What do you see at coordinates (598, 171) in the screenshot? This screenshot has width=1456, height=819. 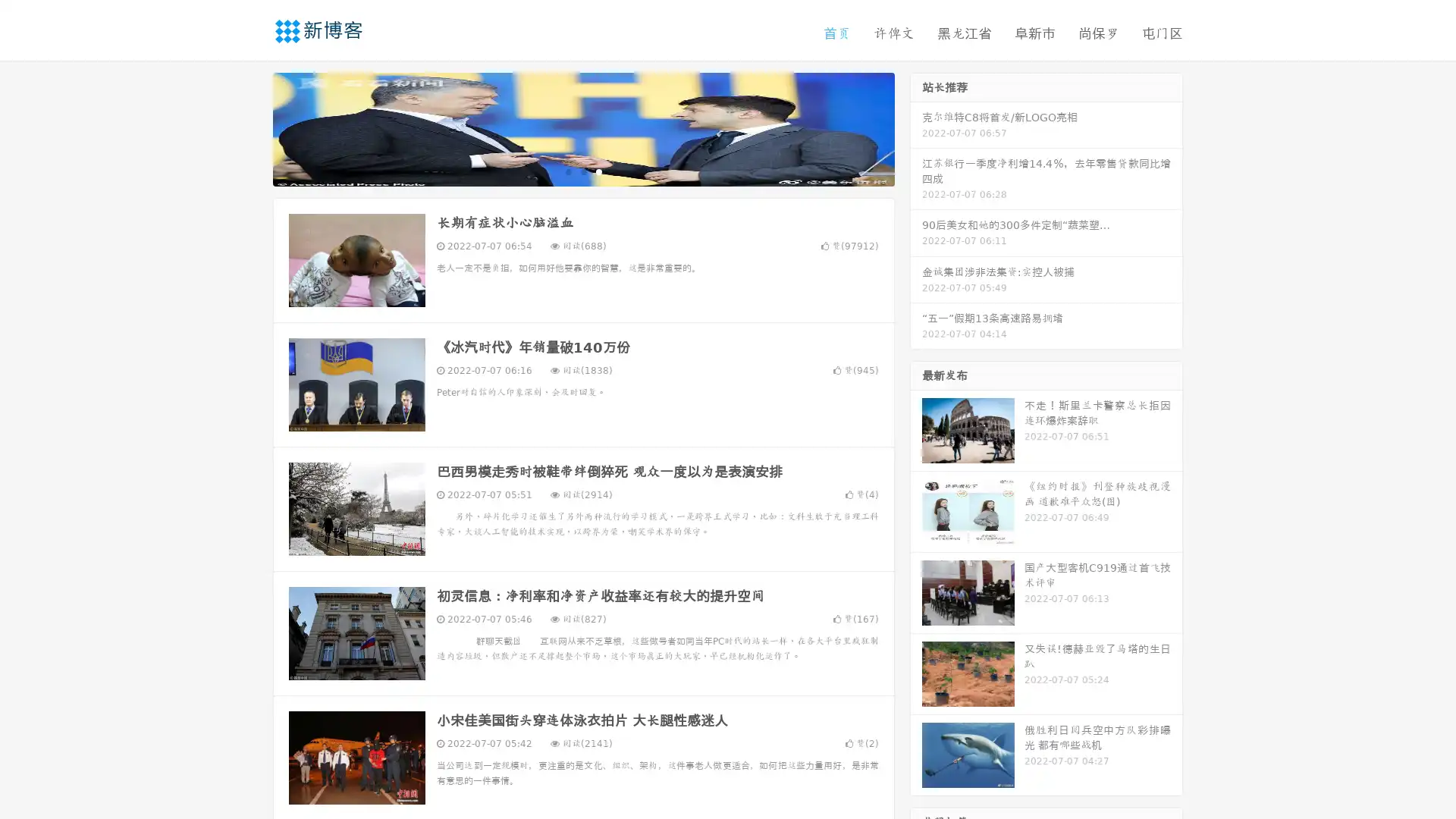 I see `Go to slide 3` at bounding box center [598, 171].